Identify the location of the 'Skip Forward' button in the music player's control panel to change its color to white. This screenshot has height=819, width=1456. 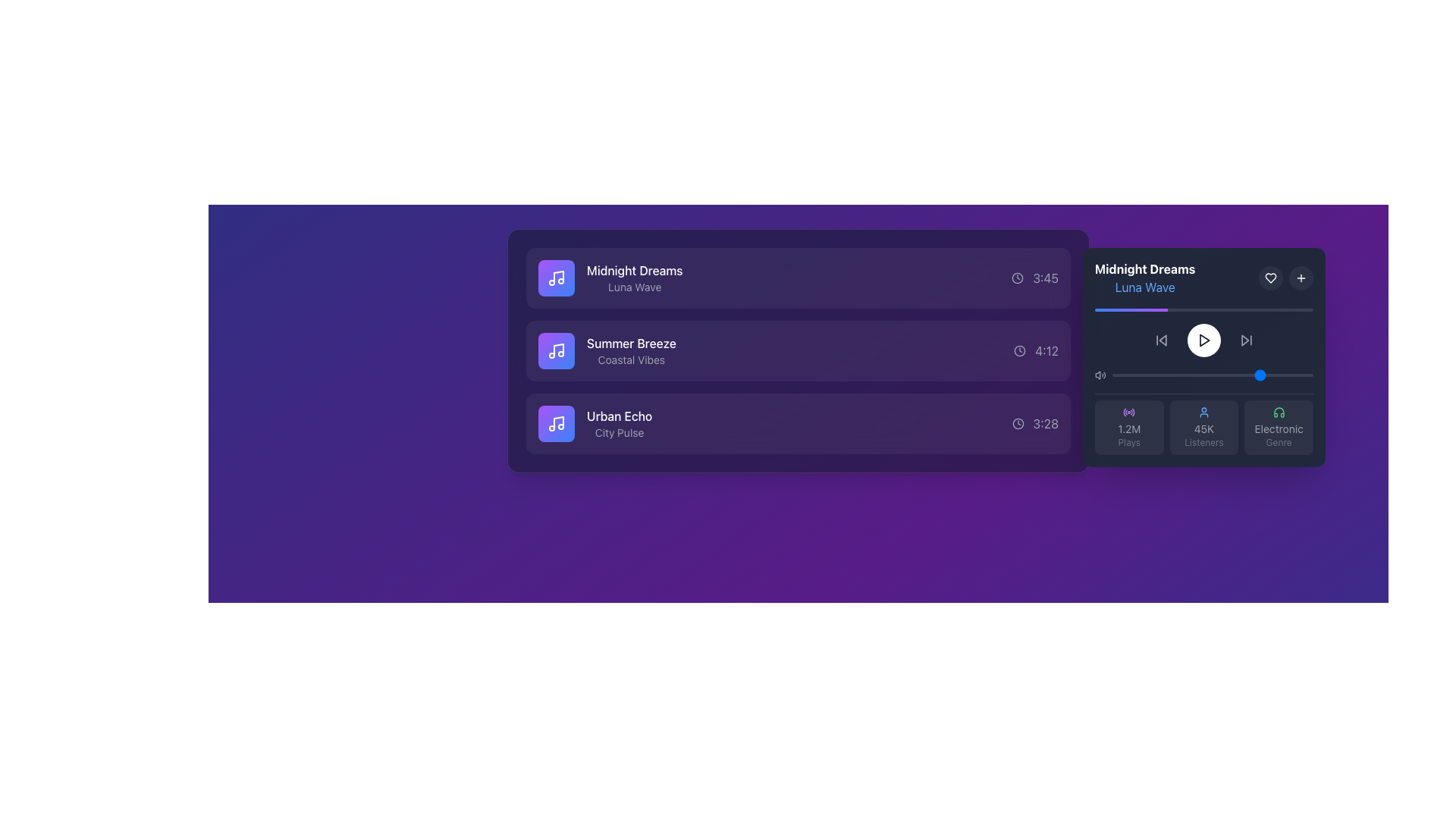
(1246, 339).